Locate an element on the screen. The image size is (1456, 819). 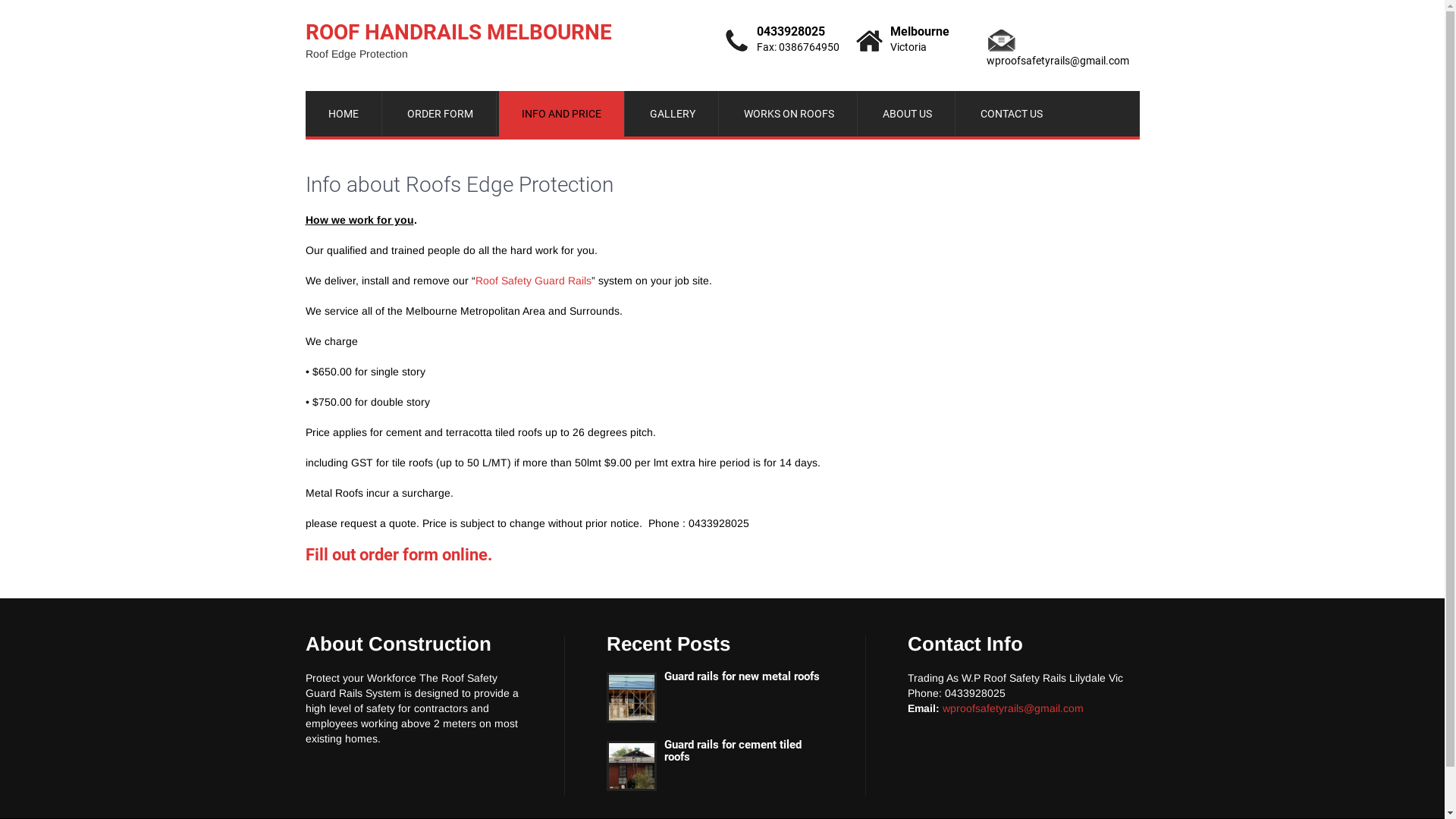
'WORKS ON ROOFS' is located at coordinates (789, 113).